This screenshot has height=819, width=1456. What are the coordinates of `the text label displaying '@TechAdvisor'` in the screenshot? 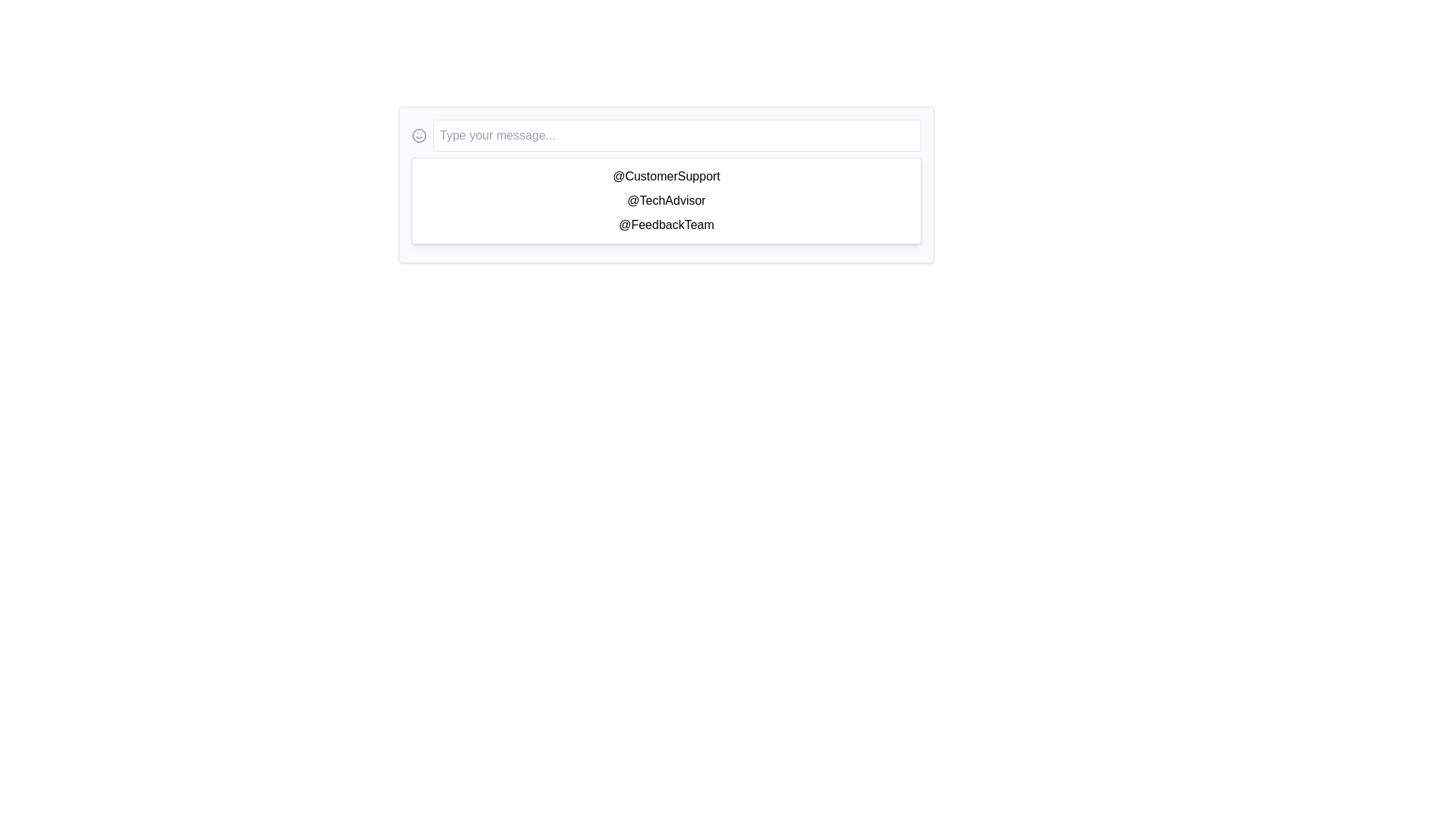 It's located at (666, 200).